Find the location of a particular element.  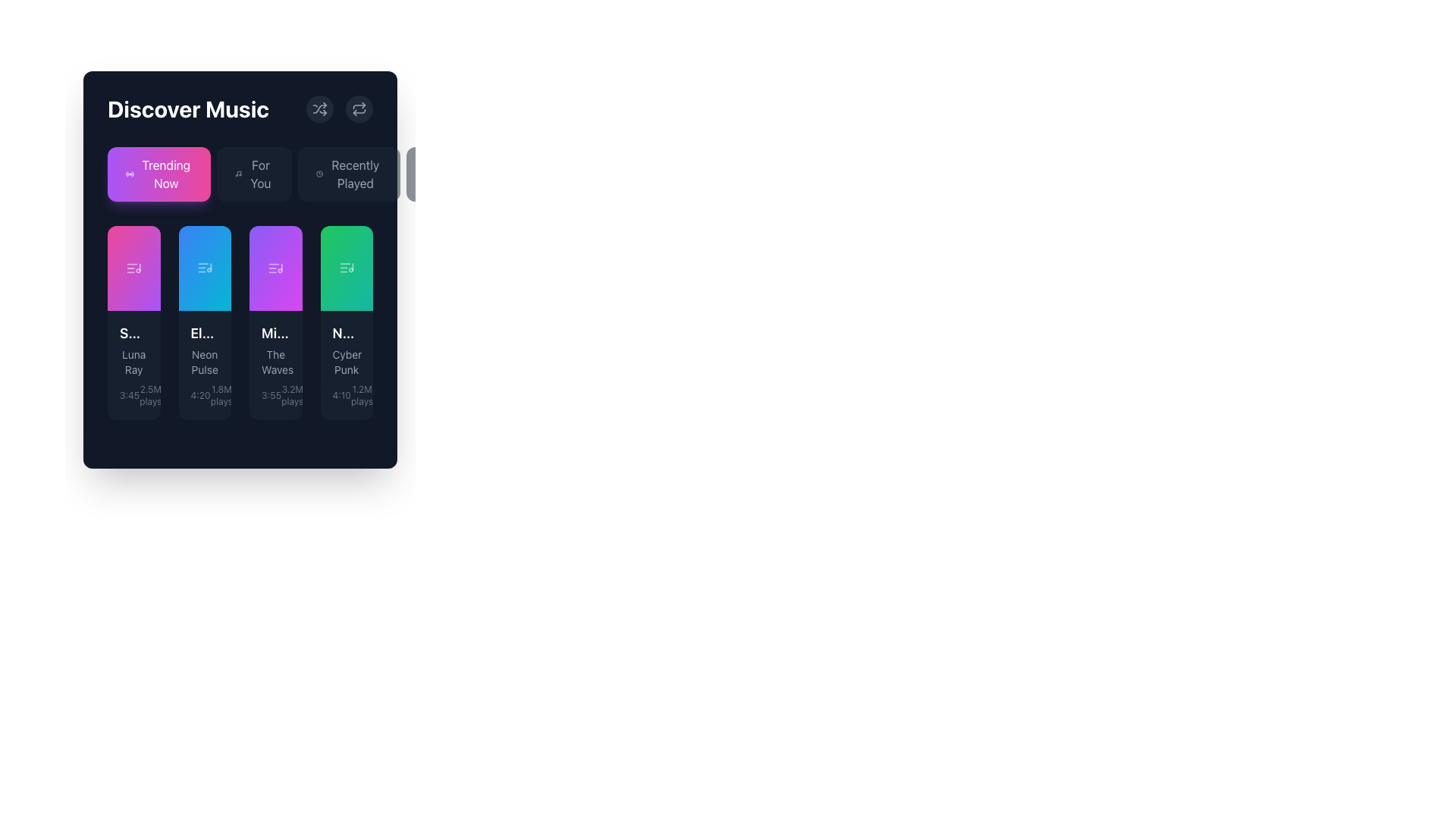

the text label that serves as the title for the song or content, positioned within the fourth card, above the subtitle 'Cyber Punk' and playback information '4:101.2M plays' is located at coordinates (346, 332).